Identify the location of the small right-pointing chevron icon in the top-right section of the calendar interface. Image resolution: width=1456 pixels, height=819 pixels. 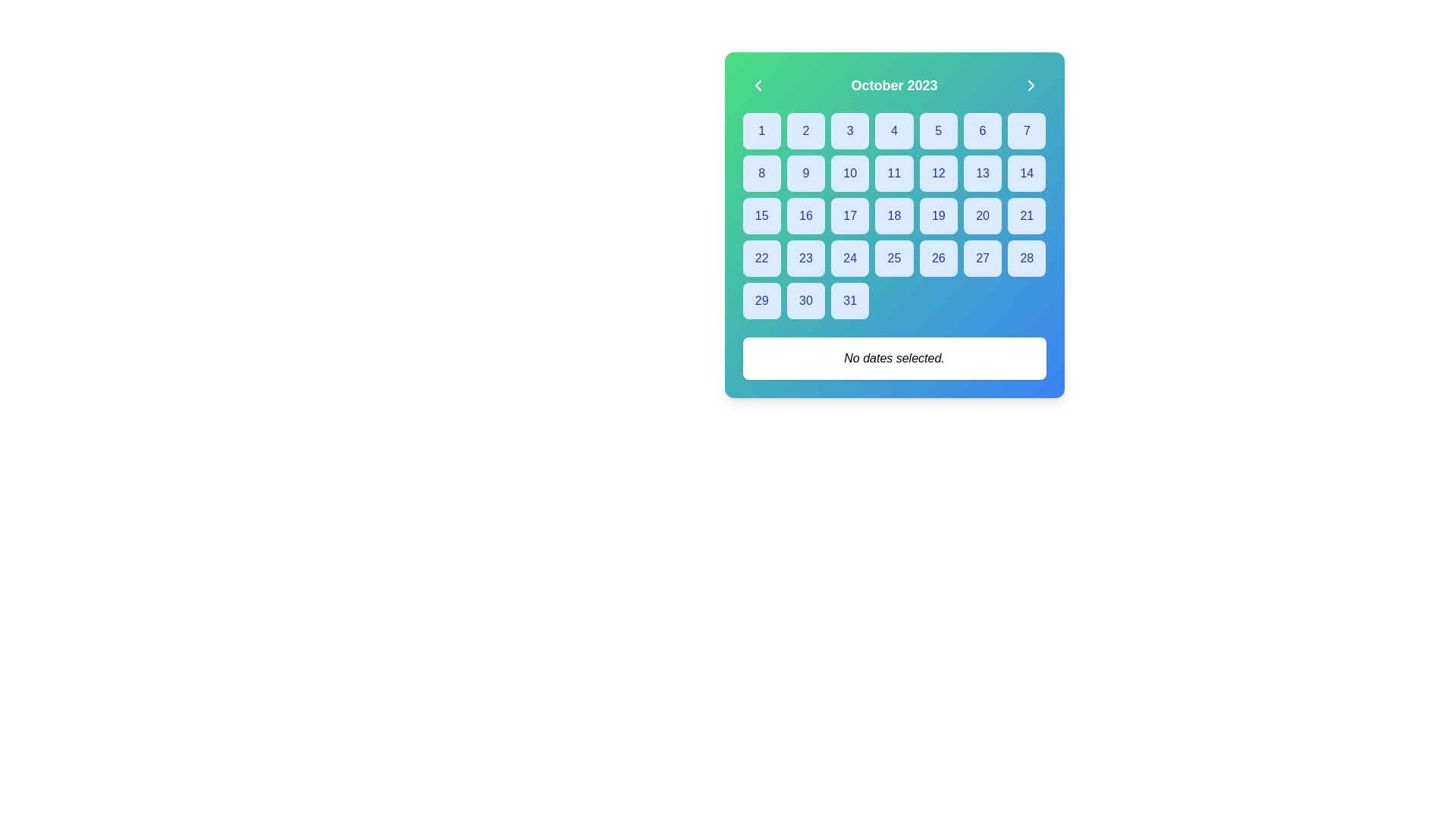
(1031, 85).